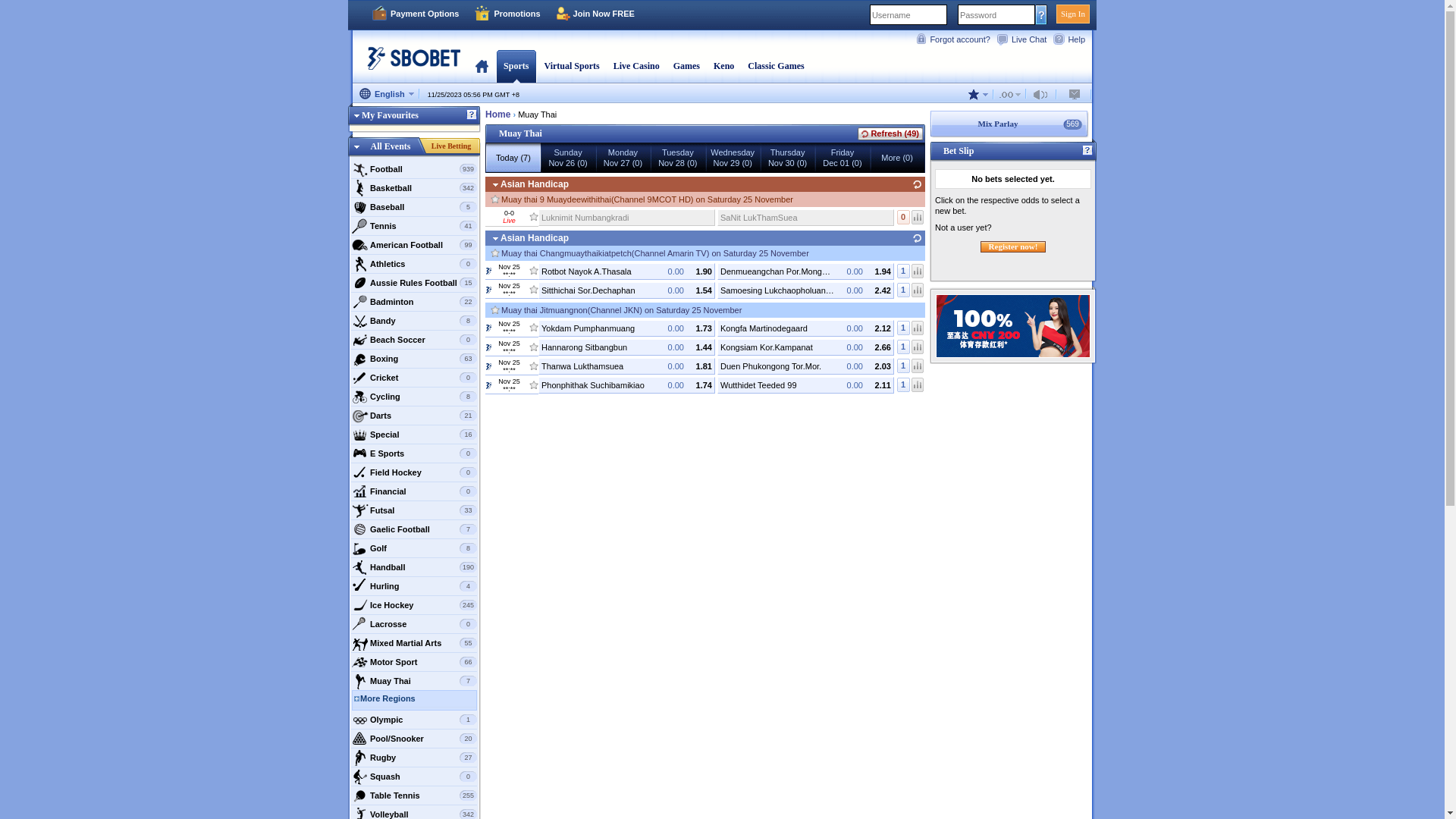 This screenshot has height=819, width=1456. I want to click on '1', so click(903, 289).